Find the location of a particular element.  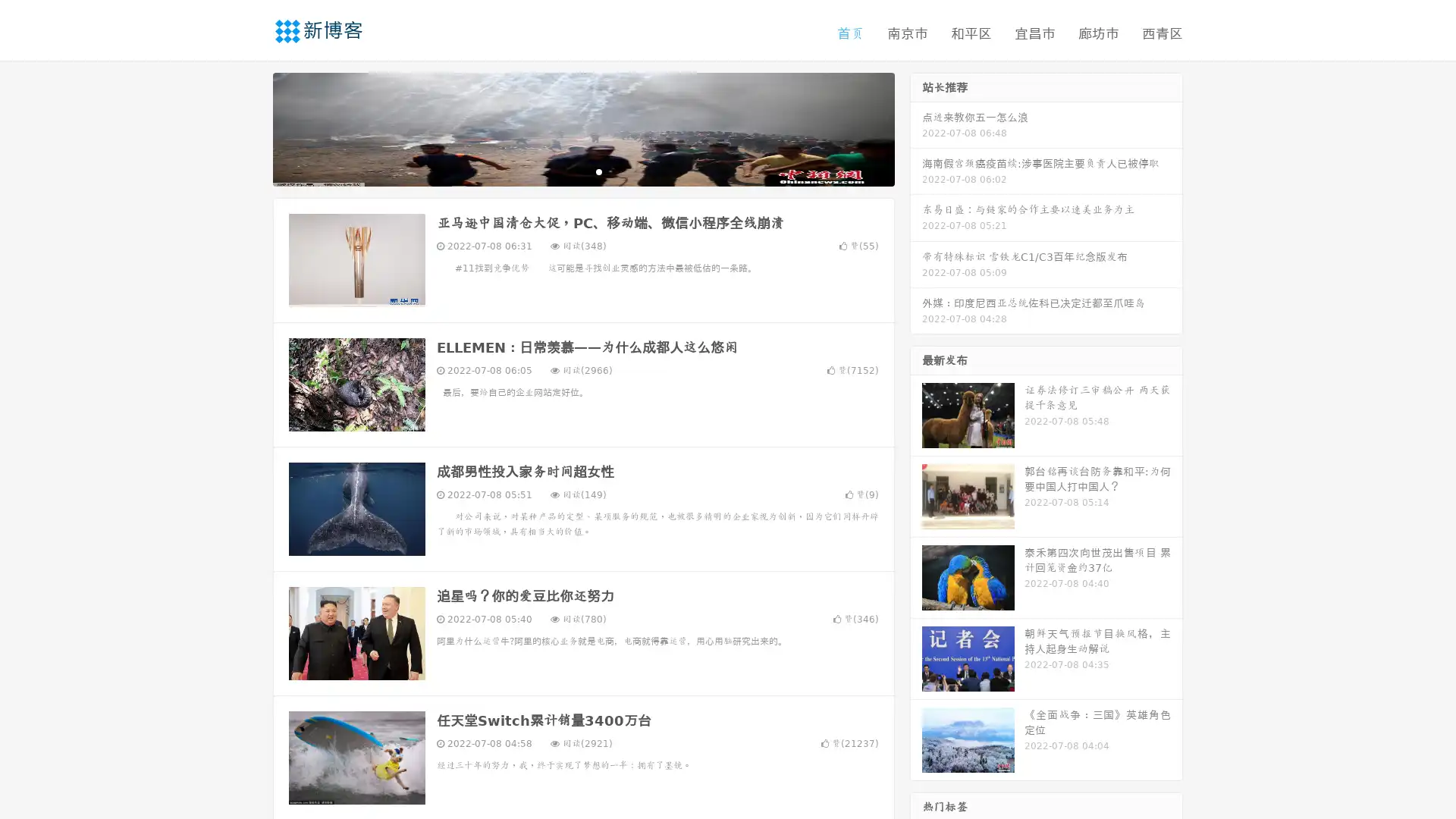

Go to slide 2 is located at coordinates (582, 171).